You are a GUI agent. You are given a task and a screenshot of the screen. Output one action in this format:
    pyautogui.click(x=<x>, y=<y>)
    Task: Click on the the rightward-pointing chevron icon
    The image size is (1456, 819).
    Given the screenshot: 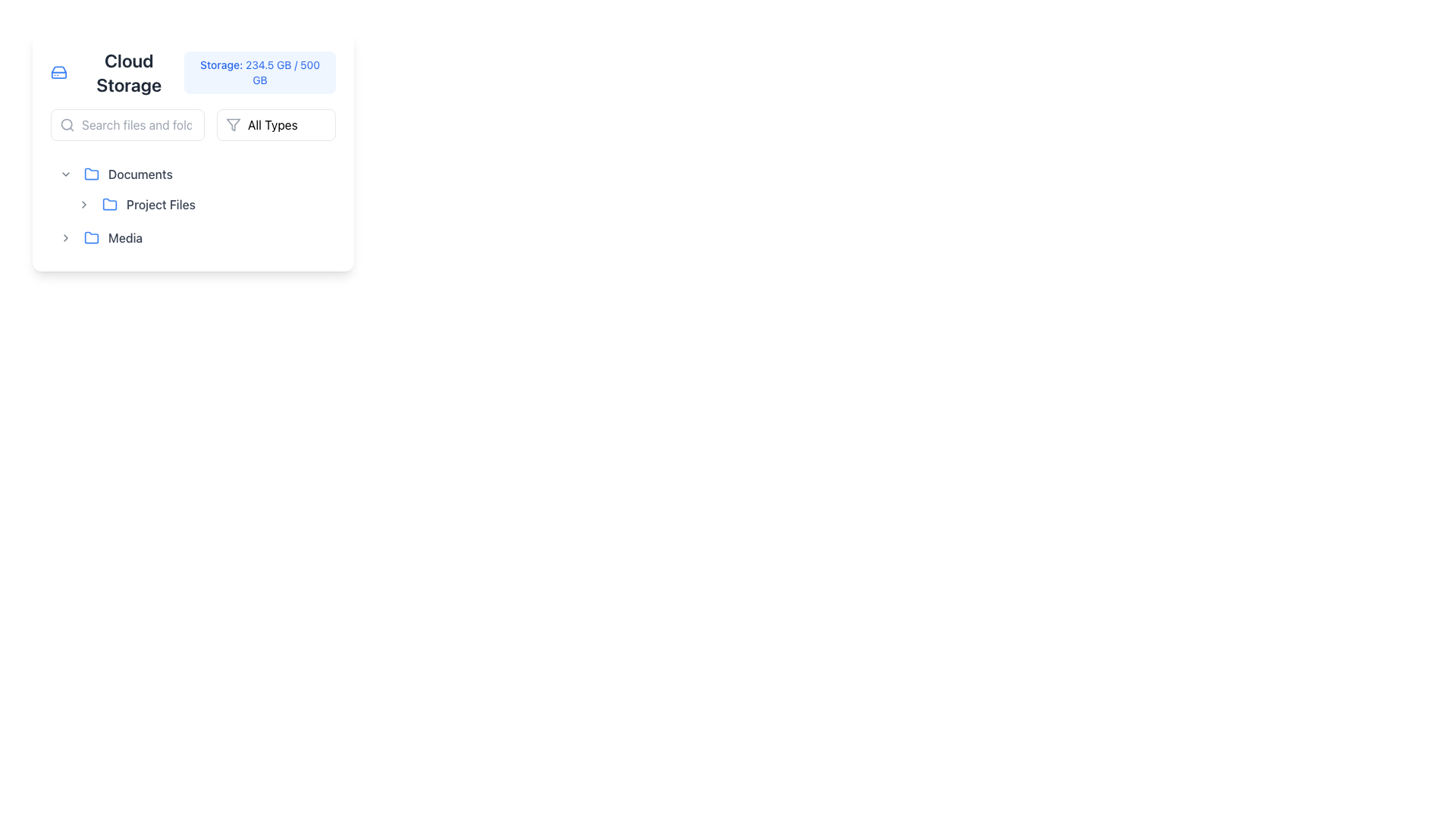 What is the action you would take?
    pyautogui.click(x=64, y=237)
    